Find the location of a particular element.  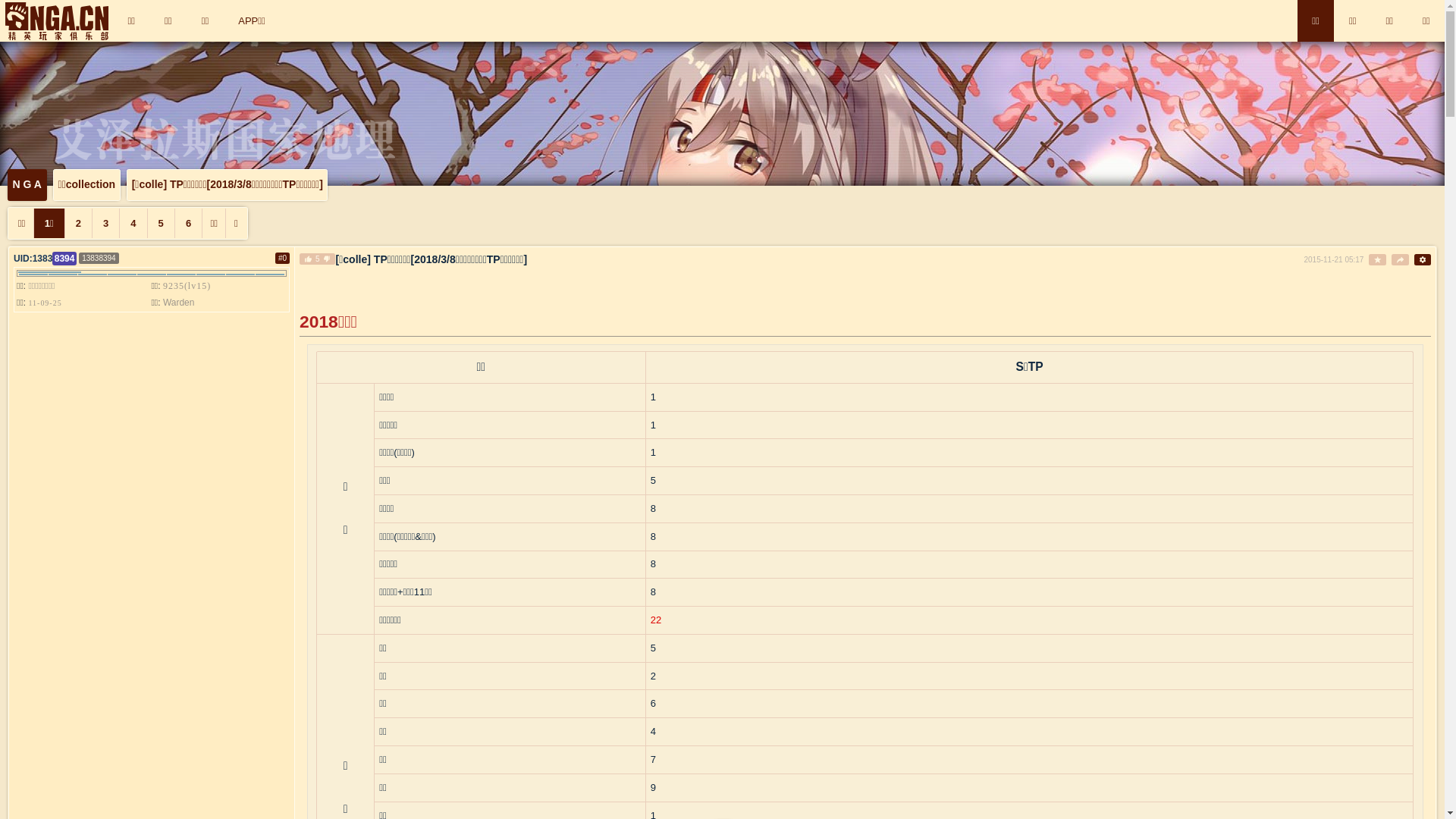

' 5 ' is located at coordinates (160, 223).